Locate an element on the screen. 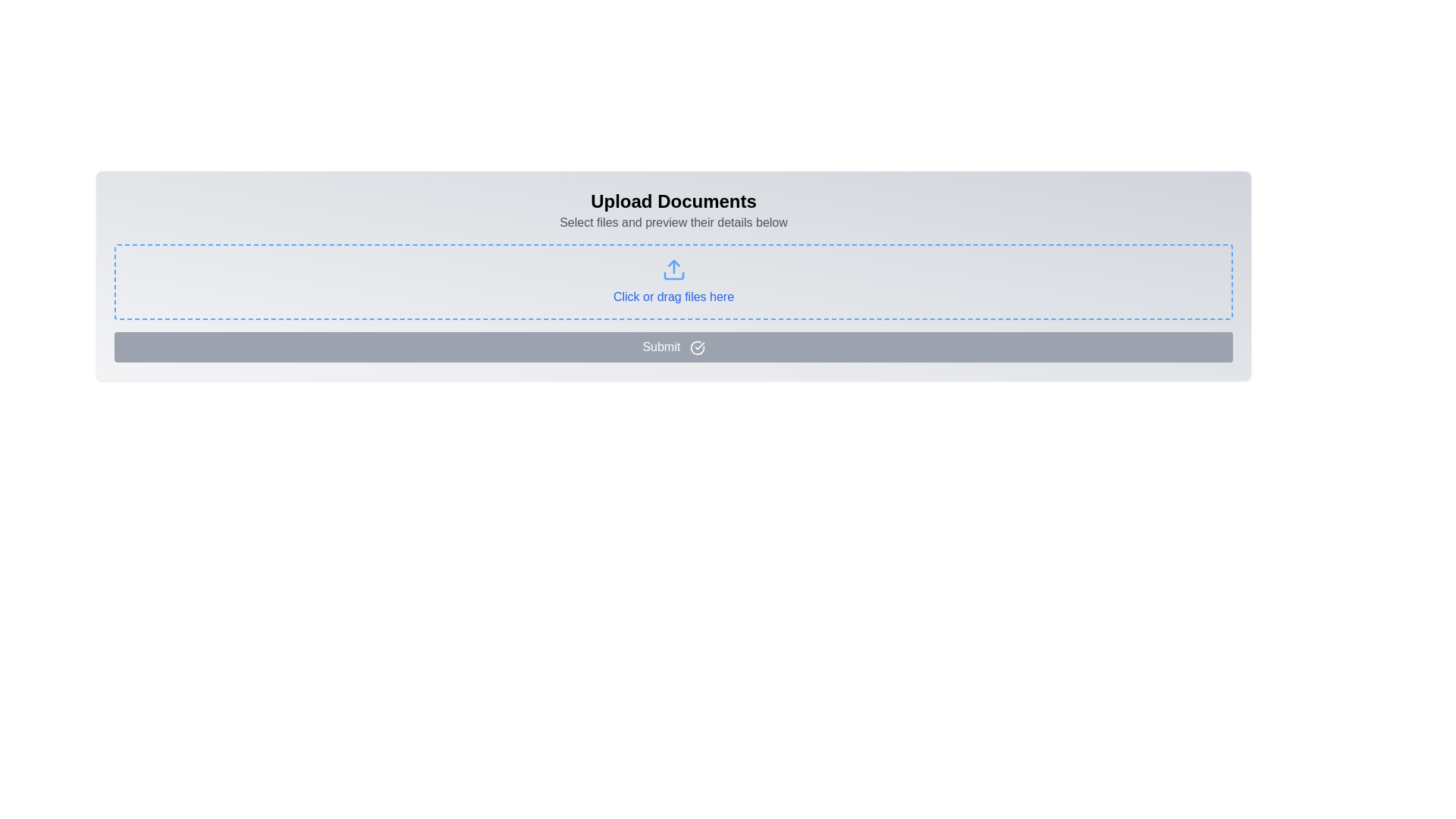 This screenshot has height=819, width=1456. the submit button located at the bottom of the file upload area is located at coordinates (673, 347).